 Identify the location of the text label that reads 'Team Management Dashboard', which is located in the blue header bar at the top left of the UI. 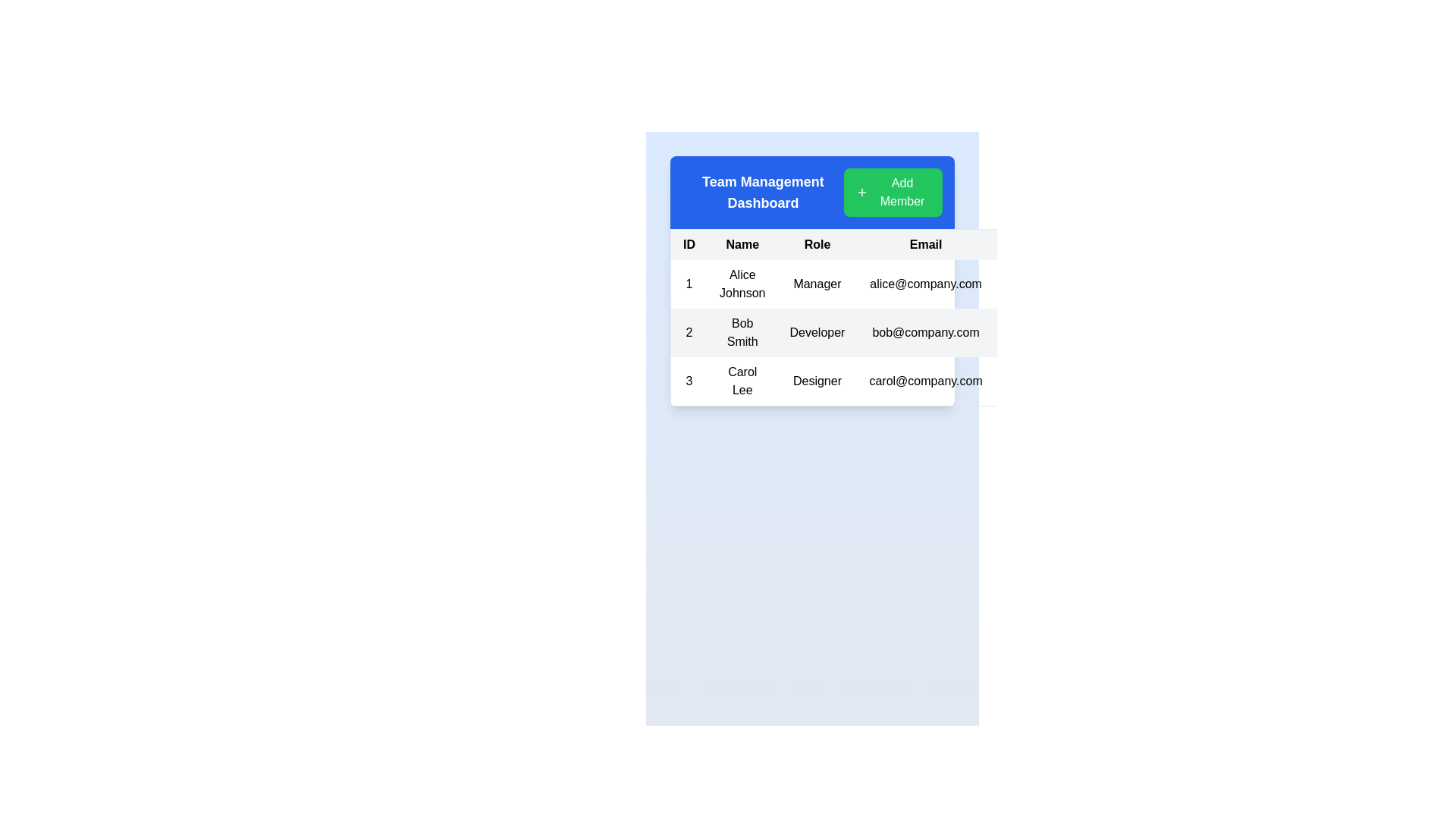
(763, 192).